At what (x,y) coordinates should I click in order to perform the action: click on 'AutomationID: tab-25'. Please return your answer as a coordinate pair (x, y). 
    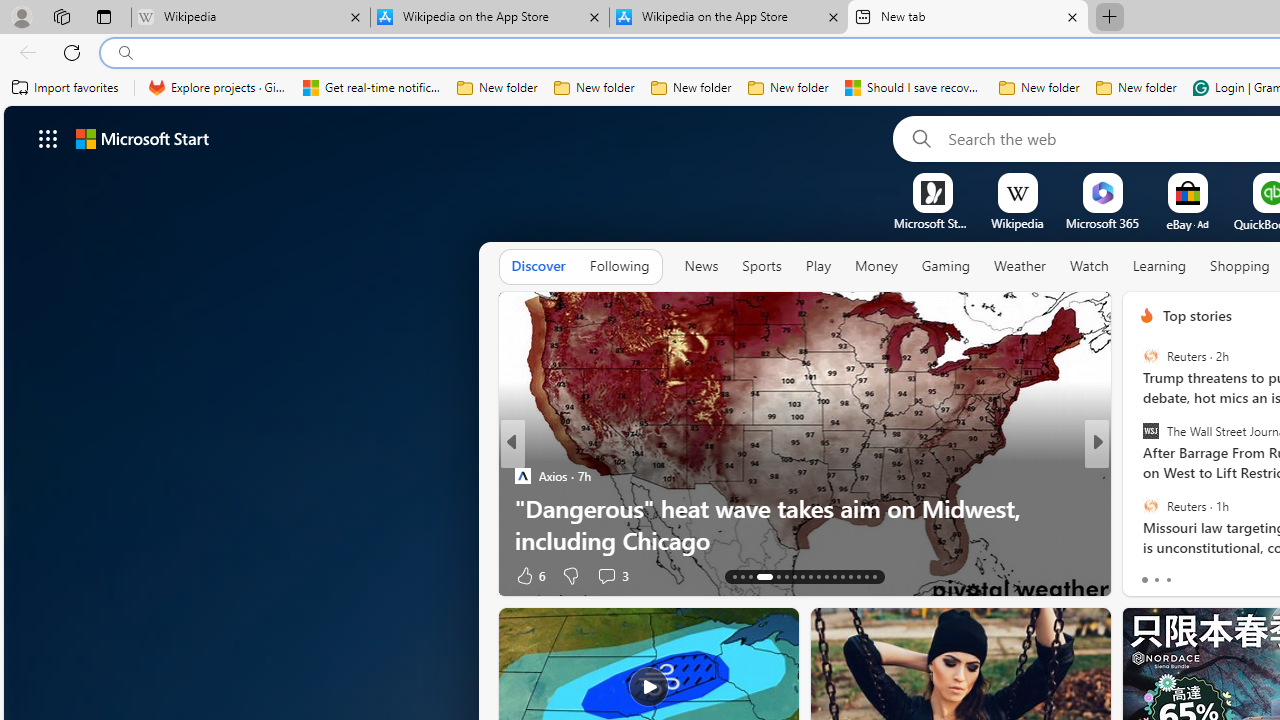
    Looking at the image, I should click on (842, 577).